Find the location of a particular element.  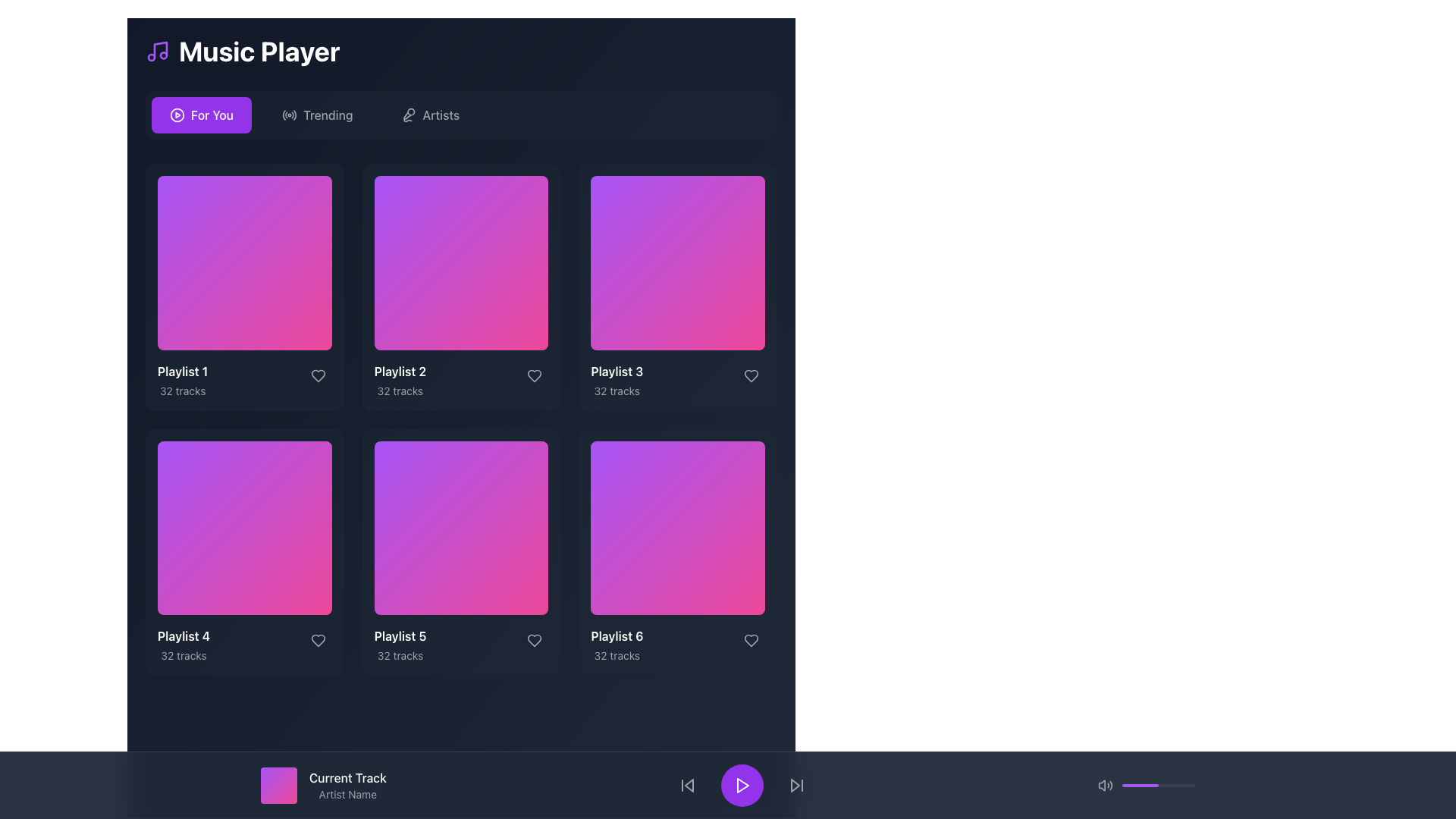

the heart-shaped icon to 'like' the playlist located to the right of the 'Playlist 2' title in the music player interface is located at coordinates (535, 375).